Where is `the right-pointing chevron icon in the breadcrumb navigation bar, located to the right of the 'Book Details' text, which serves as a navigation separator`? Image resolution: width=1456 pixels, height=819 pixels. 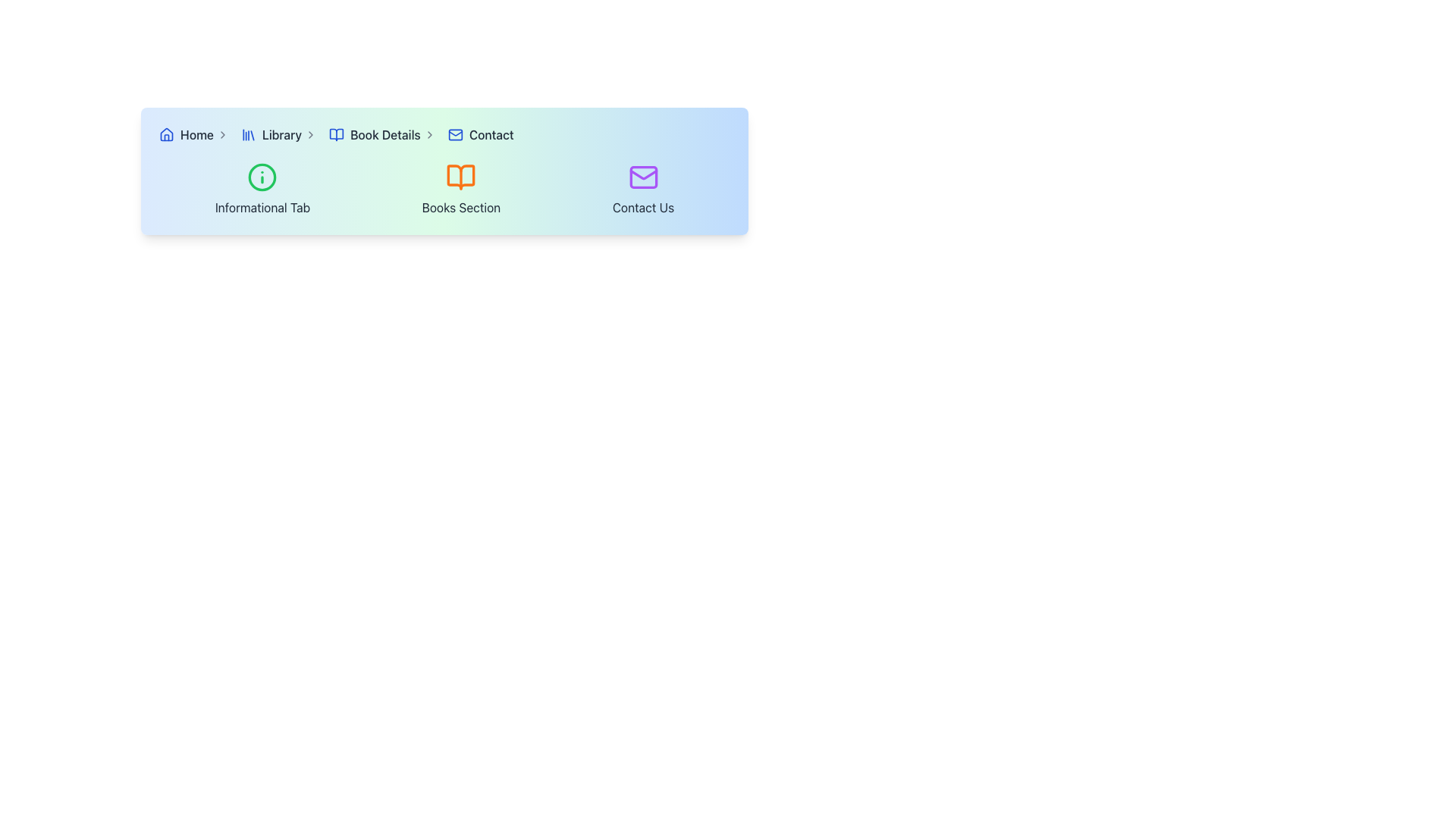
the right-pointing chevron icon in the breadcrumb navigation bar, located to the right of the 'Book Details' text, which serves as a navigation separator is located at coordinates (428, 133).